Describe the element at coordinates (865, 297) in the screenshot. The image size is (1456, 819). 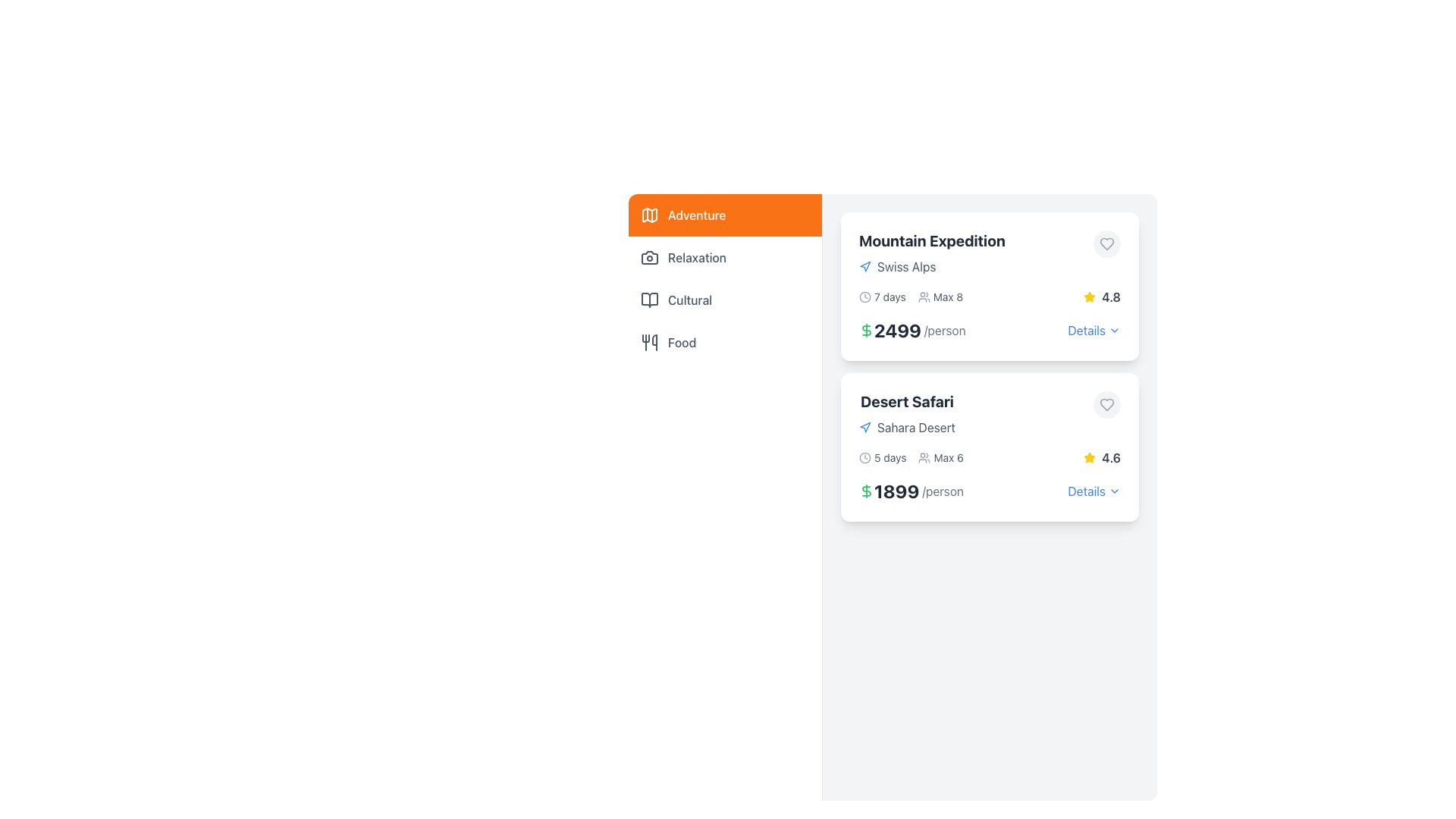
I see `the decorative time-related icon located to the left of the text '7 days' in the 'Mountain Expedition' card` at that location.